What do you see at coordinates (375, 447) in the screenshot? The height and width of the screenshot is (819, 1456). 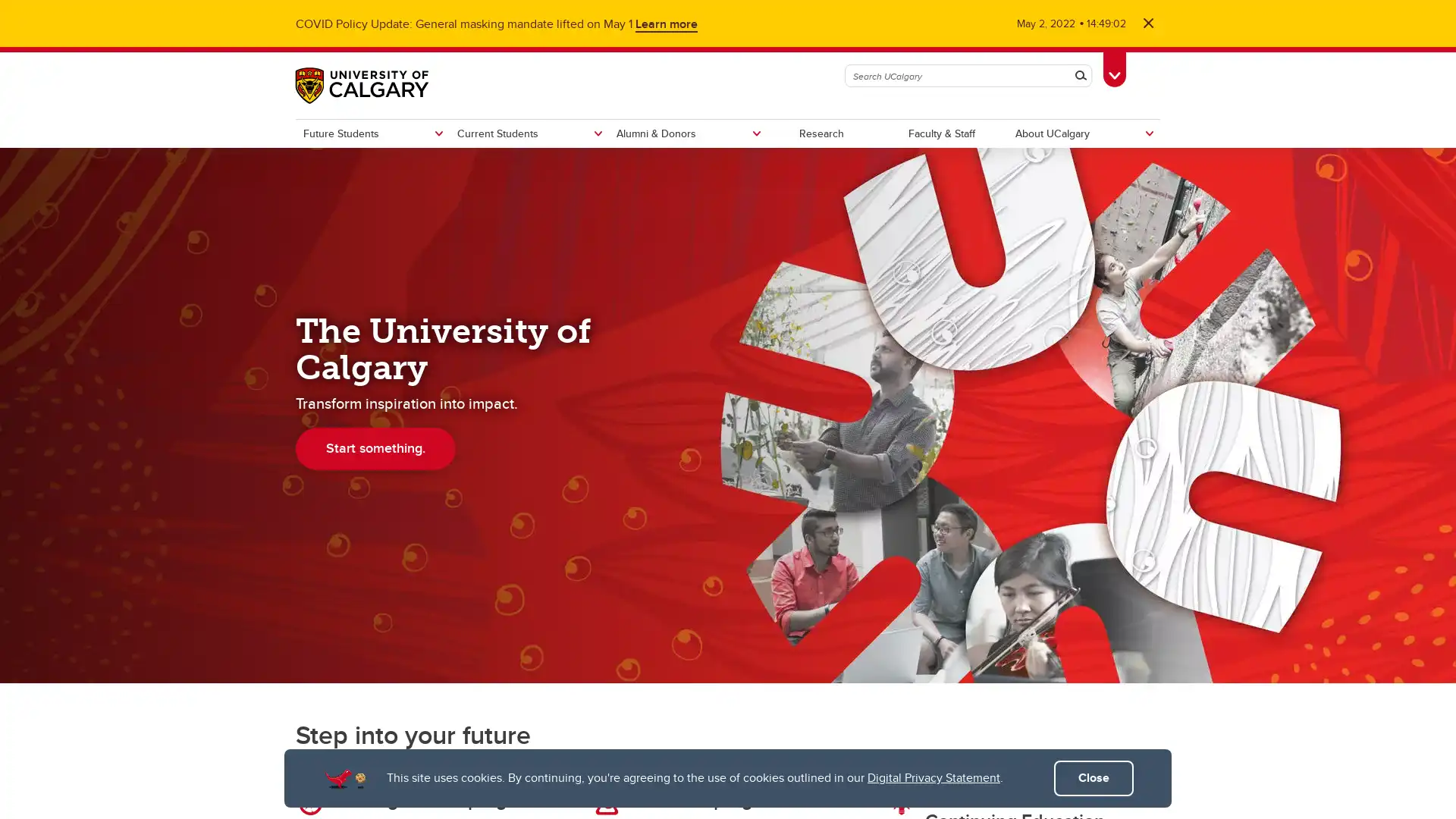 I see `Start something.` at bounding box center [375, 447].